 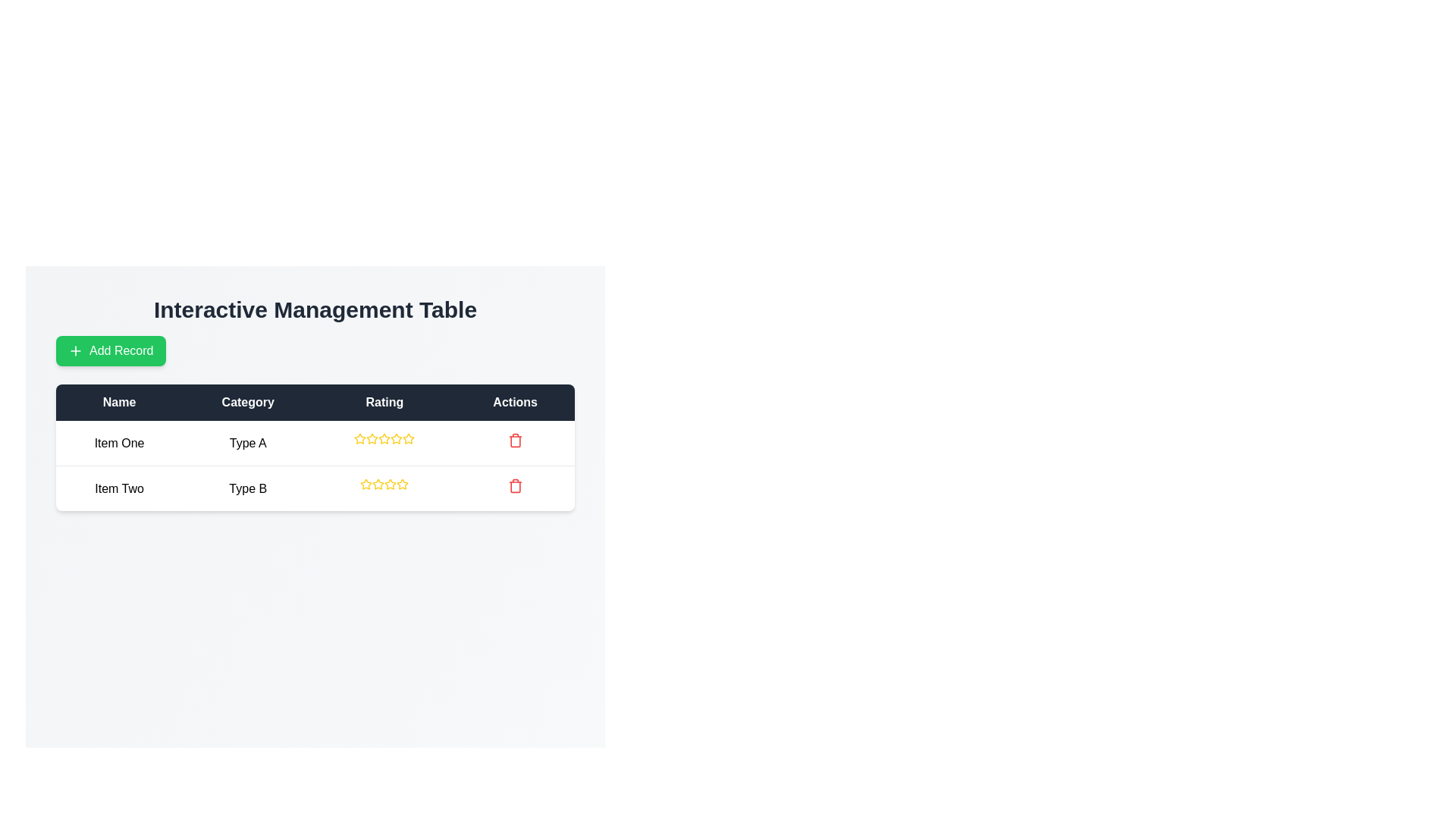 I want to click on the third star in the star rating component for 'Item Two' under the 'Rating' column, so click(x=378, y=485).